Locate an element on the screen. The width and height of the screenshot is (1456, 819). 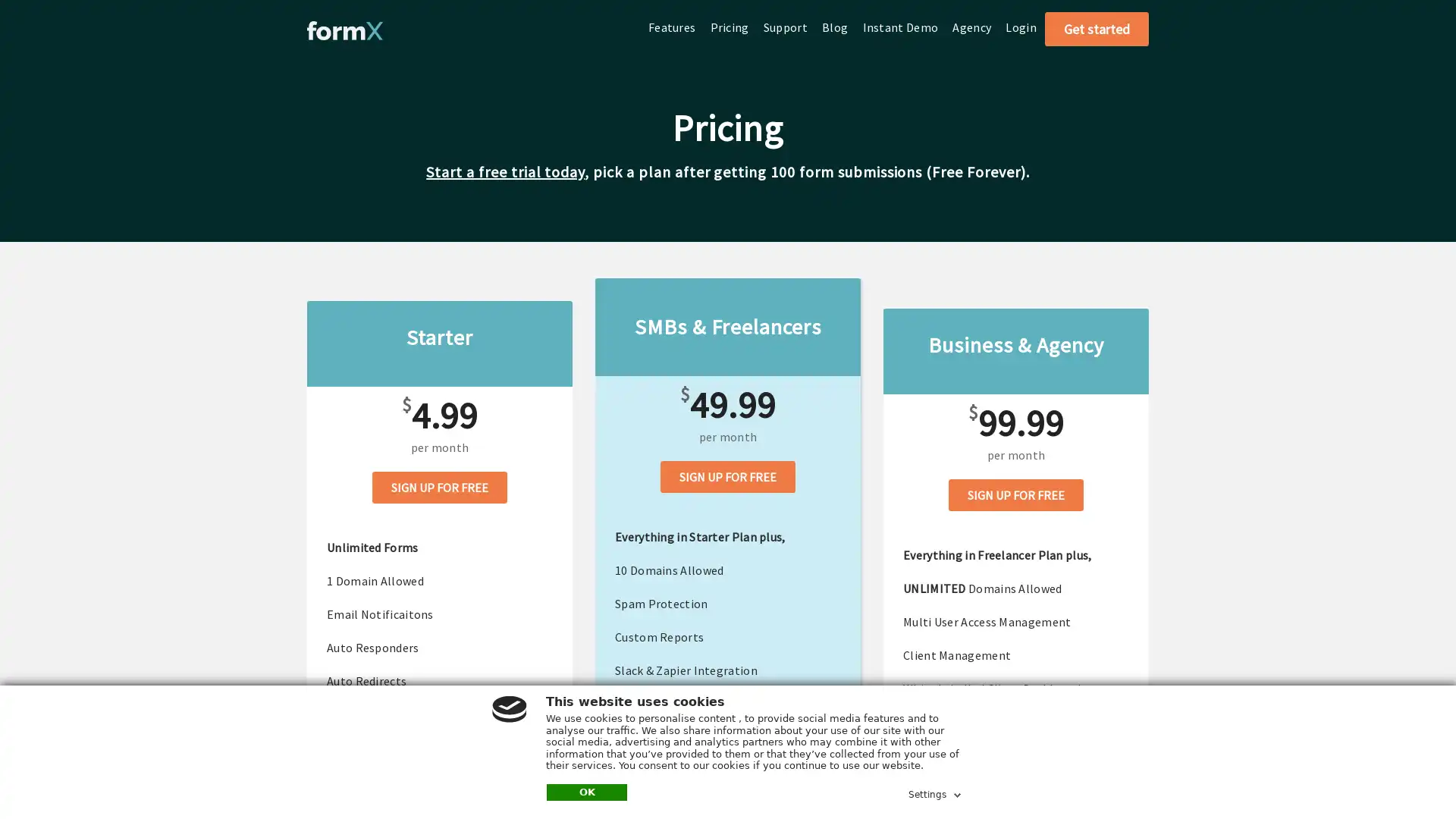
SIGN UP FOR FREE is located at coordinates (1015, 494).